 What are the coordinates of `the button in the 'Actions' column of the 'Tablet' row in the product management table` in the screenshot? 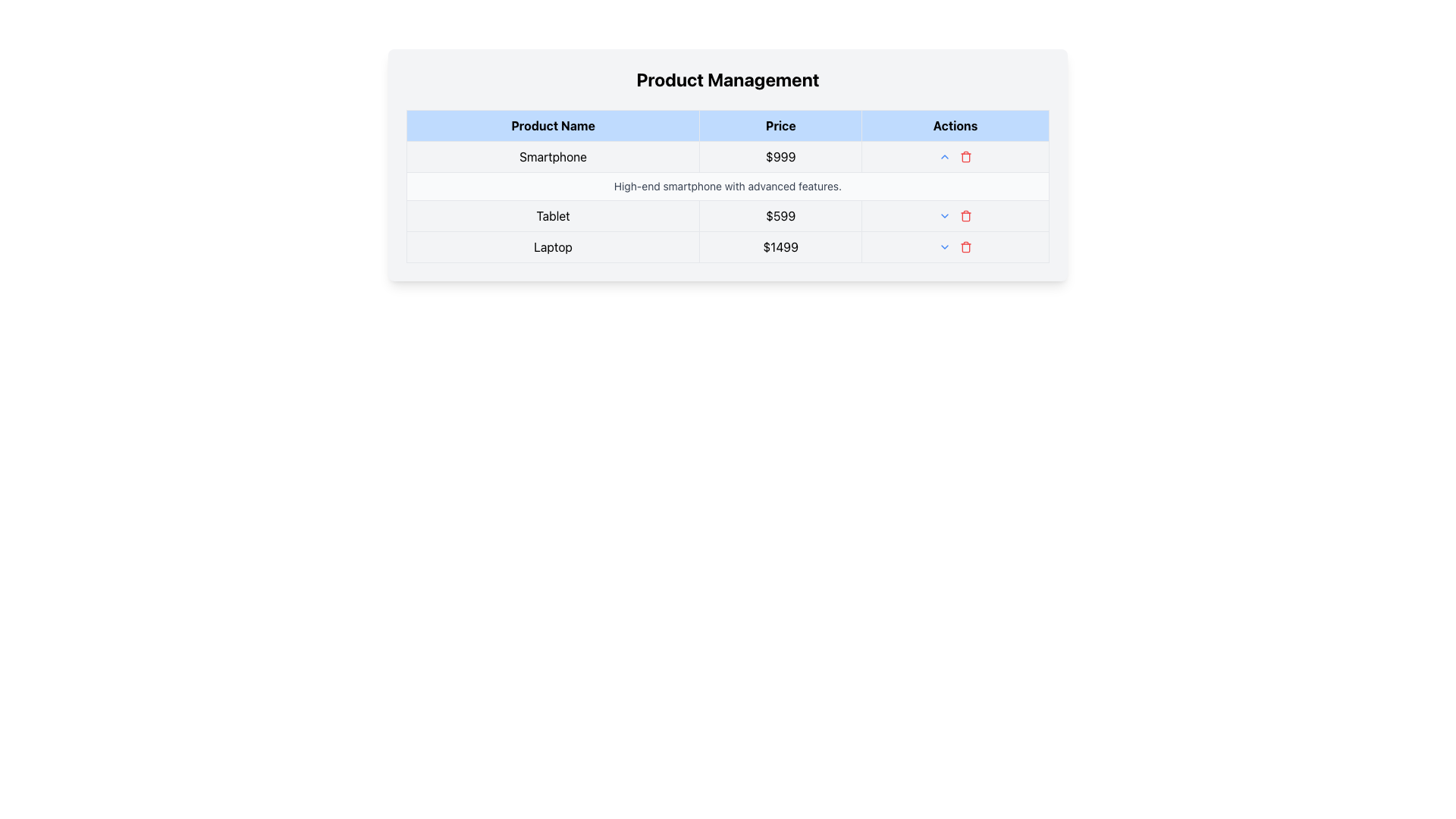 It's located at (944, 246).